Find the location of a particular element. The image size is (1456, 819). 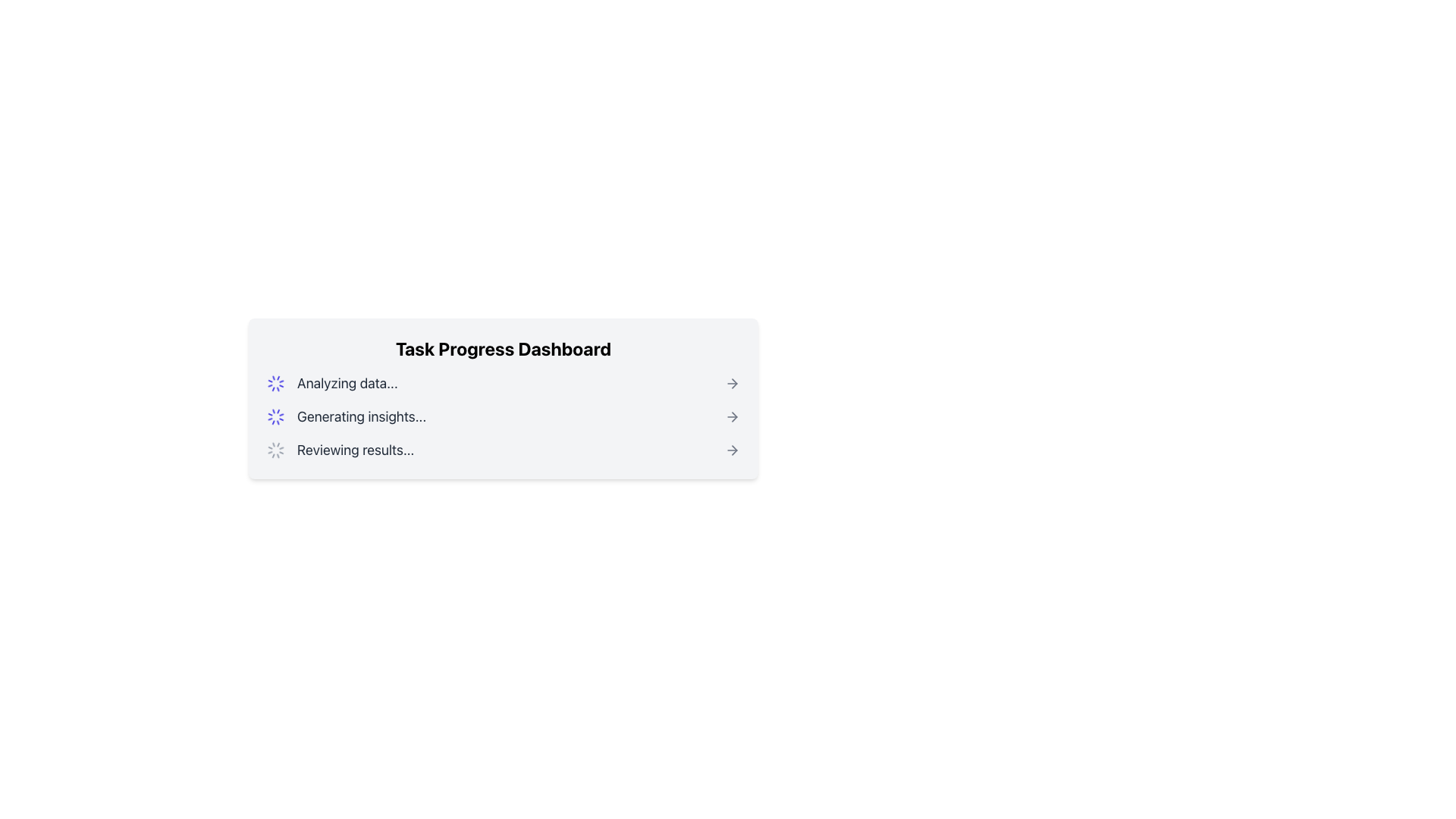

the Loader icon located to the left of the text 'Generating insights...' in the 'Task Progress Dashboard' section to indicate an ongoing loading state is located at coordinates (276, 417).